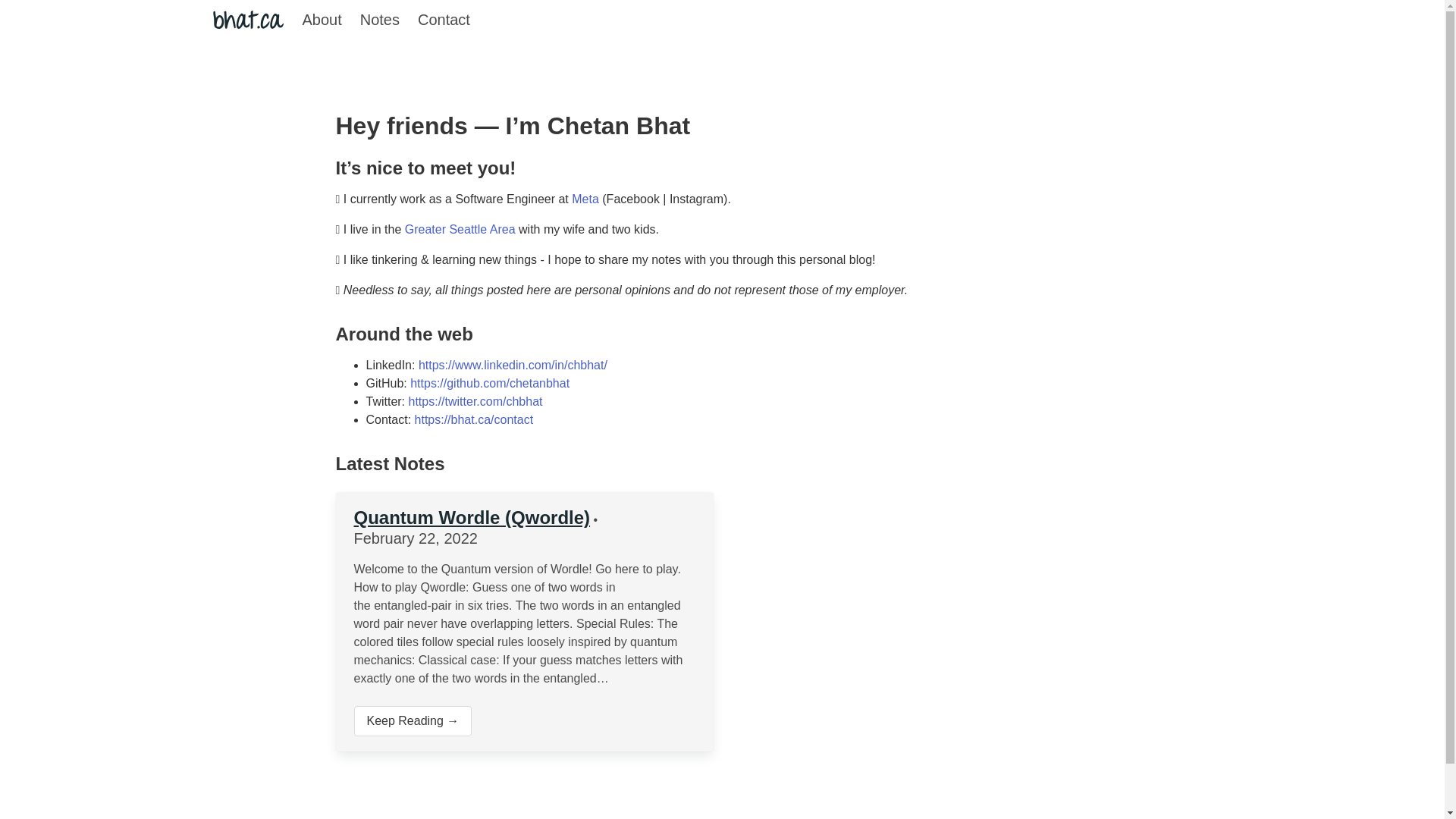 The width and height of the screenshot is (1456, 819). I want to click on 'Quantum Wordle (Qwordle)', so click(471, 516).